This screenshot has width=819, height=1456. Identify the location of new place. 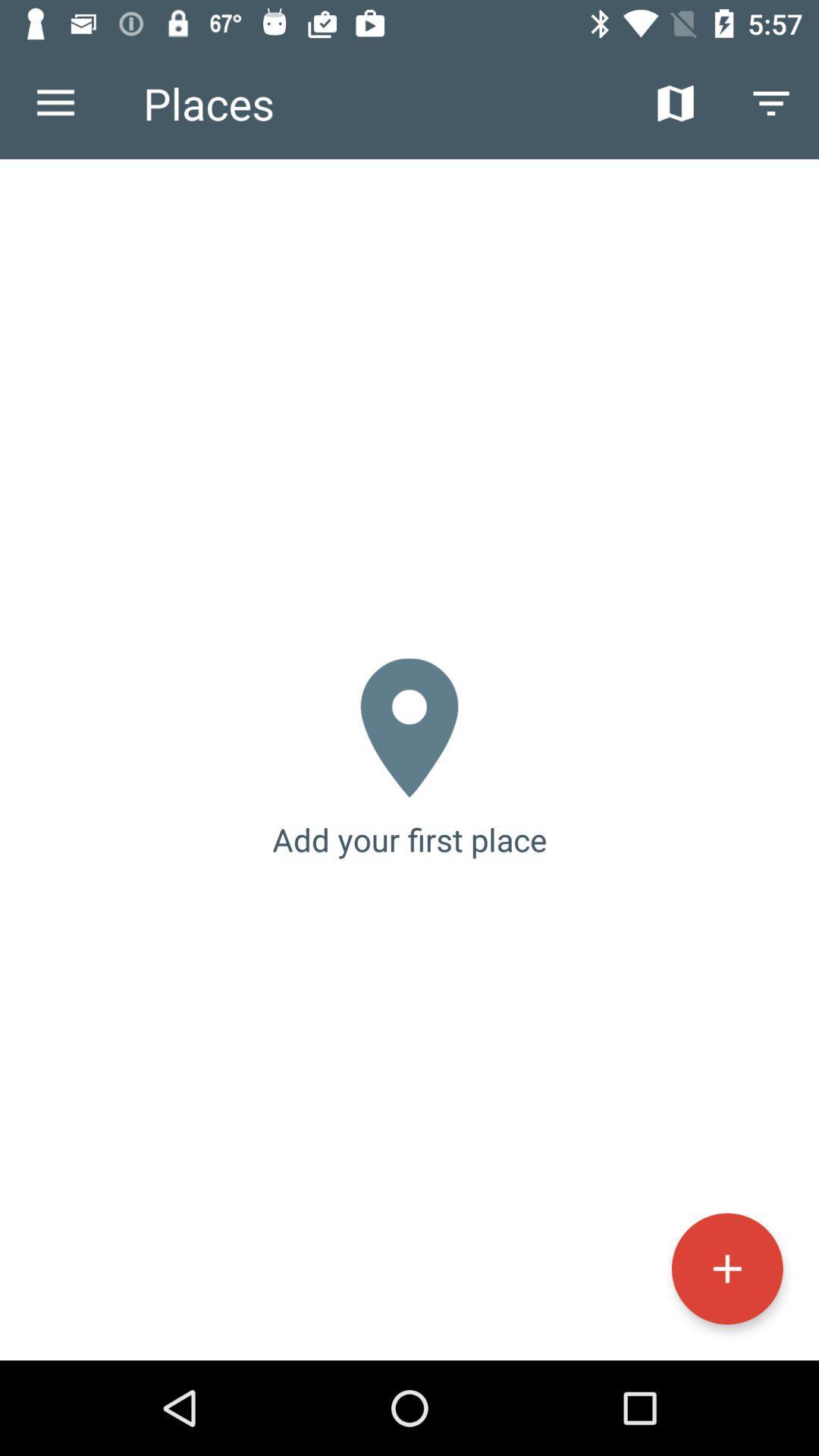
(726, 1269).